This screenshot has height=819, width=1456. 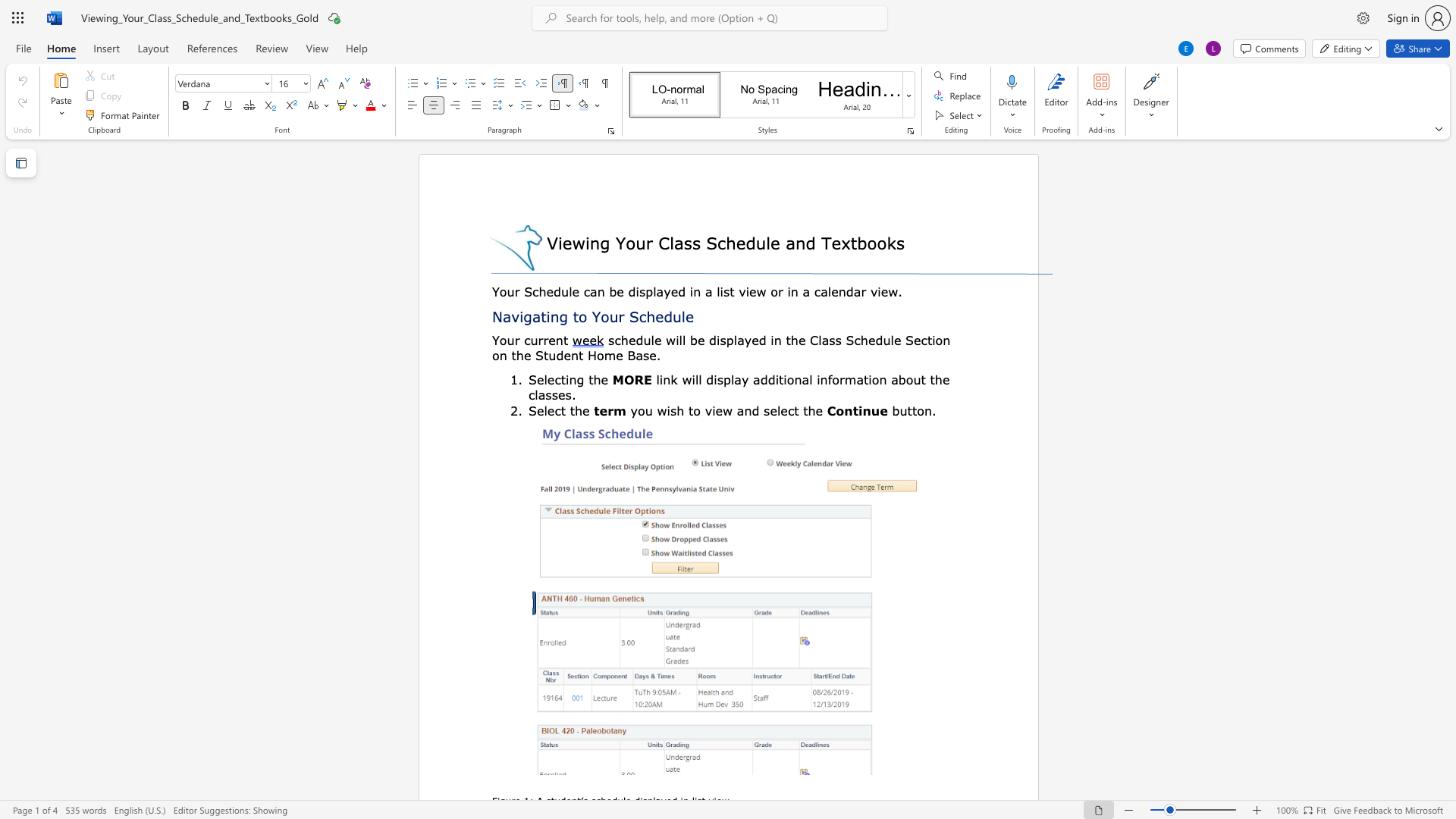 What do you see at coordinates (646, 355) in the screenshot?
I see `the 5th character "s" in the text` at bounding box center [646, 355].